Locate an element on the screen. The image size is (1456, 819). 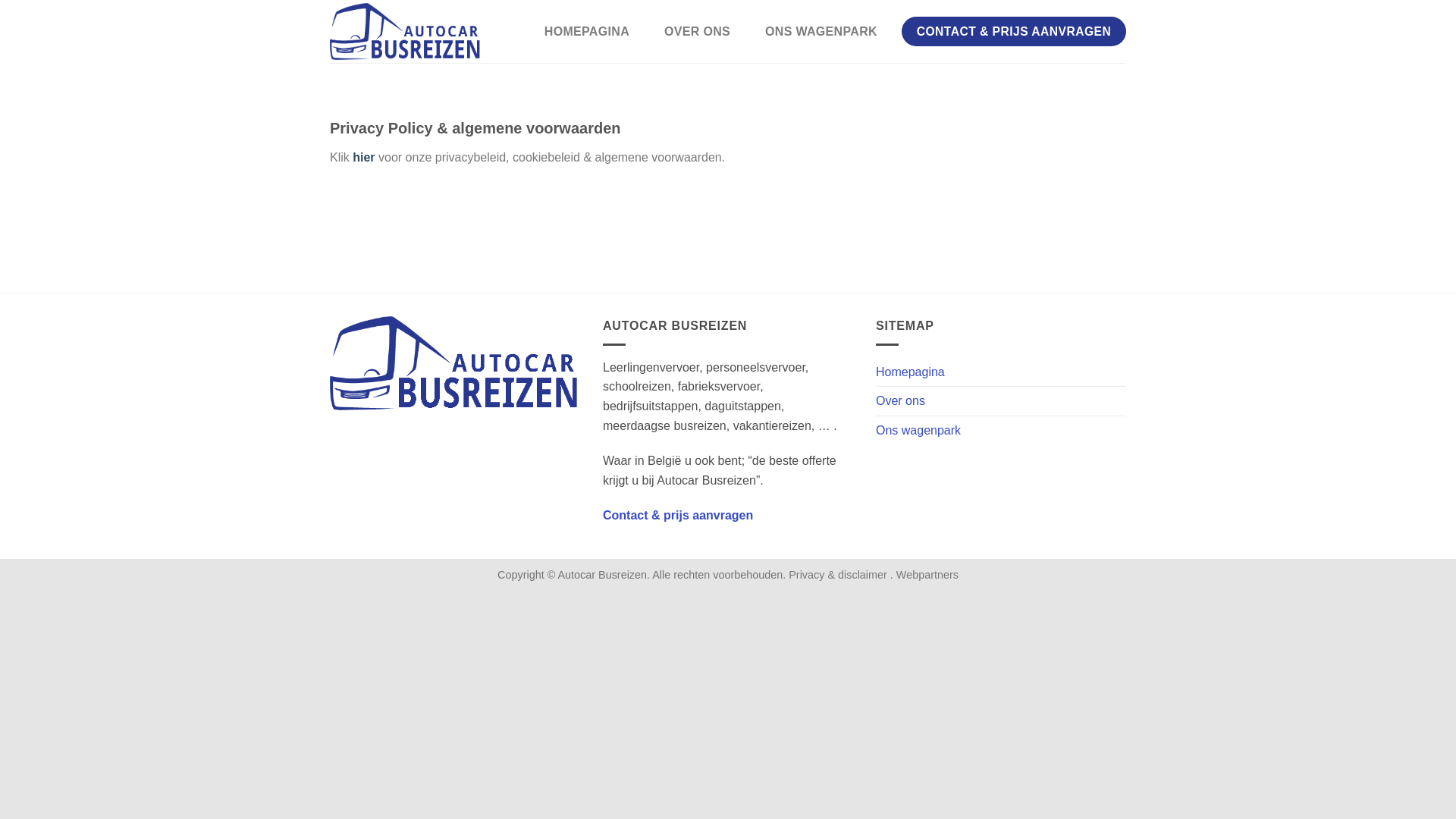
'HOMEPAGINA' is located at coordinates (585, 32).